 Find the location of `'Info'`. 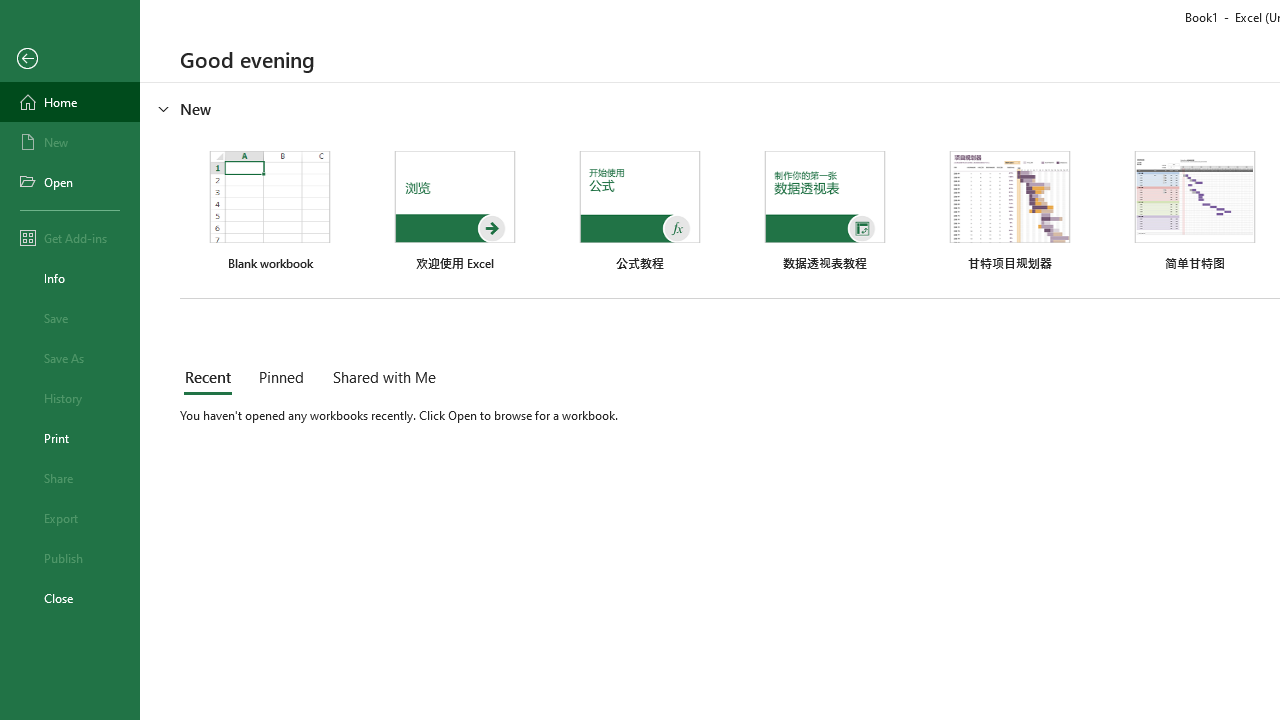

'Info' is located at coordinates (69, 277).